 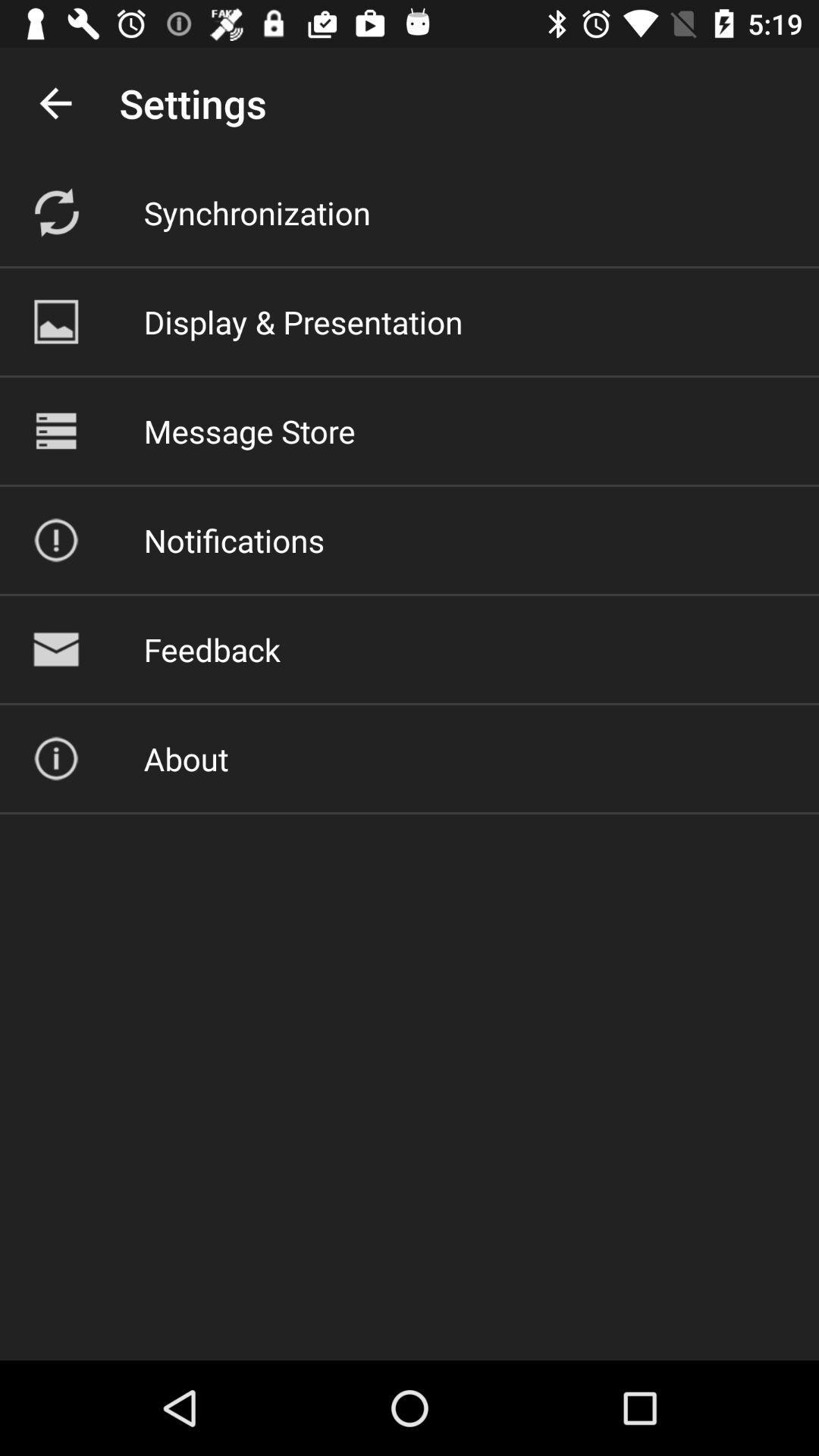 I want to click on the icon above the about icon, so click(x=212, y=649).